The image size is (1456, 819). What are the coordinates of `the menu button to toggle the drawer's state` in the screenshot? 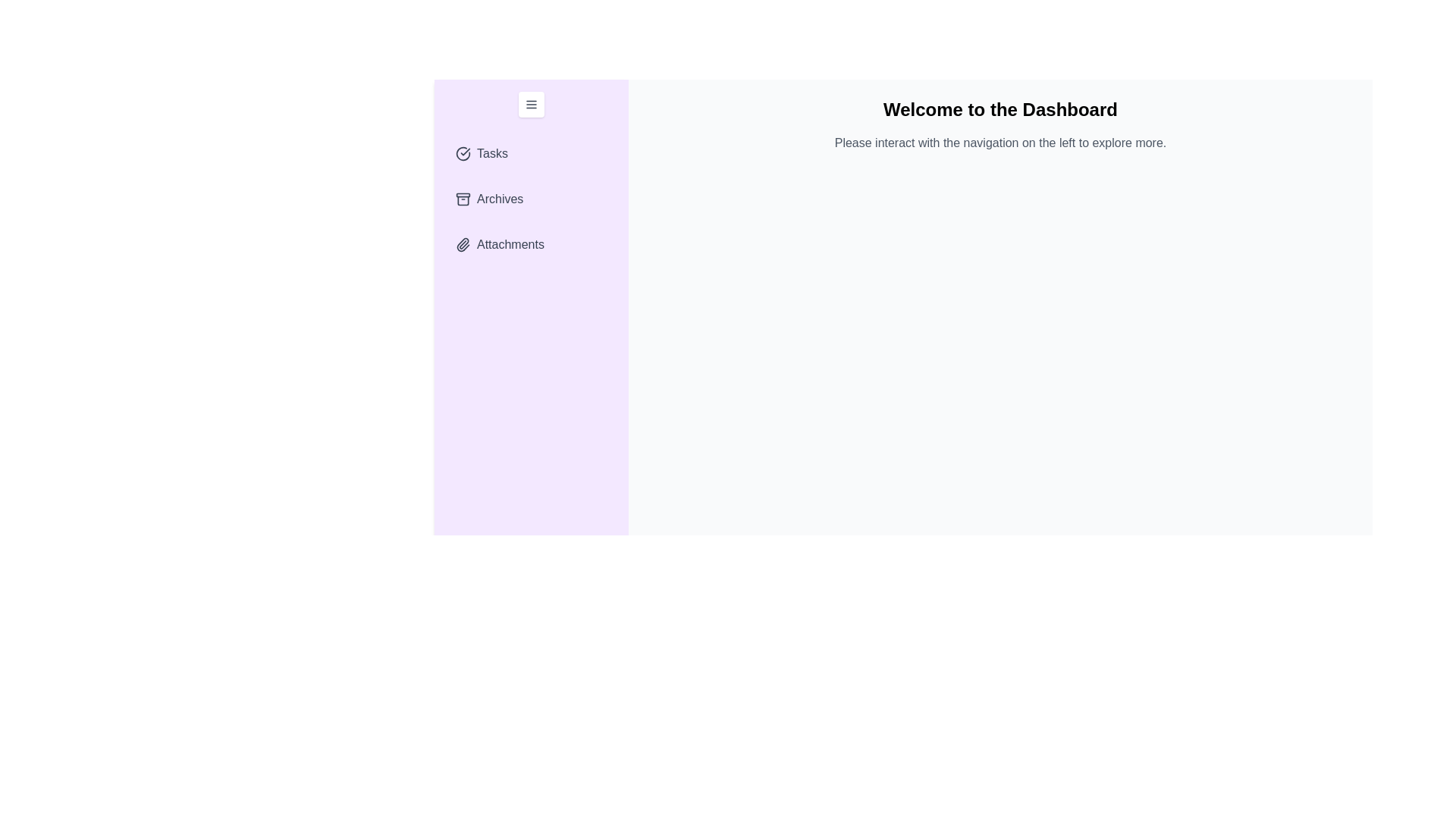 It's located at (531, 104).